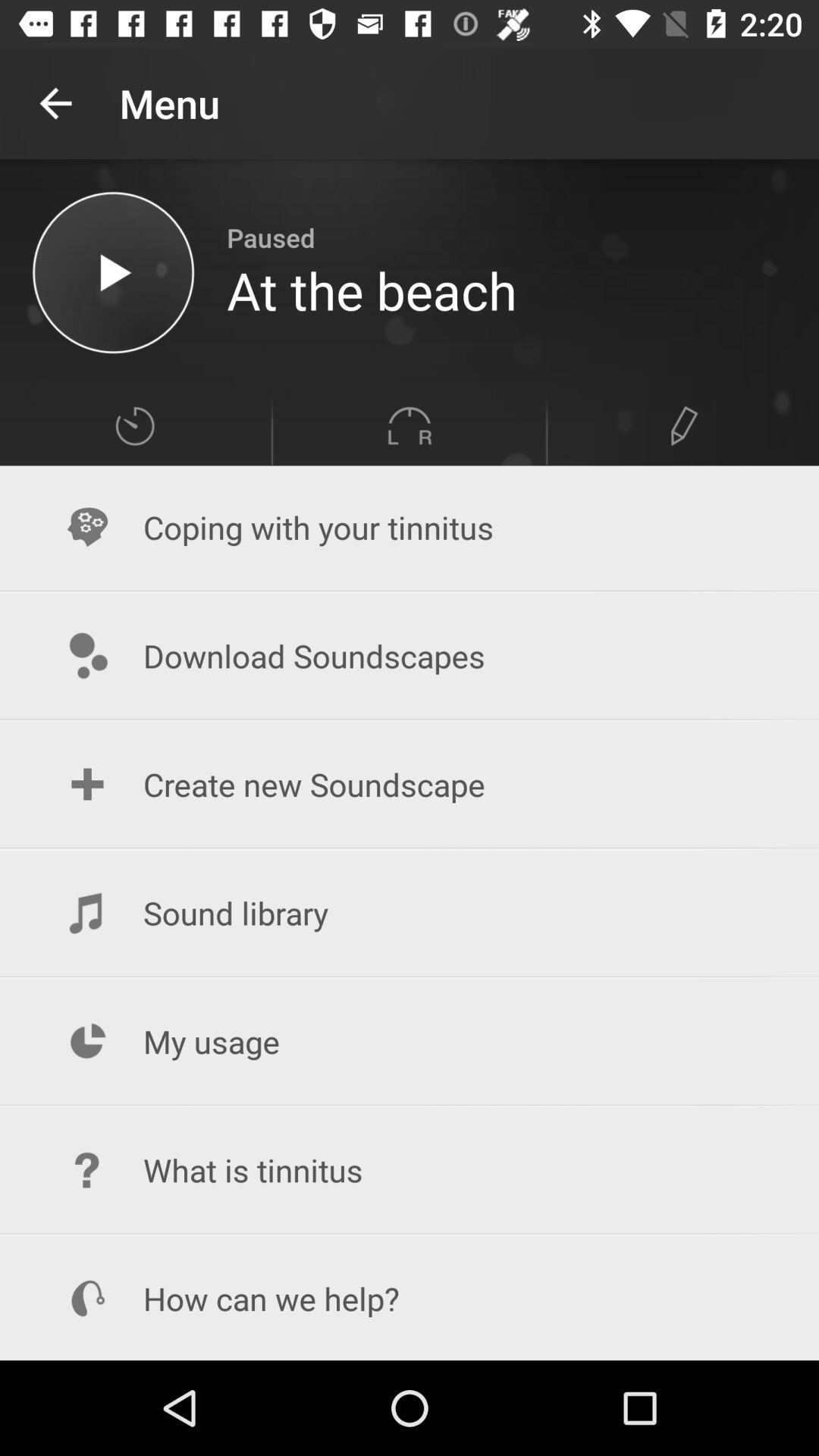 This screenshot has height=1456, width=819. What do you see at coordinates (133, 425) in the screenshot?
I see `time` at bounding box center [133, 425].